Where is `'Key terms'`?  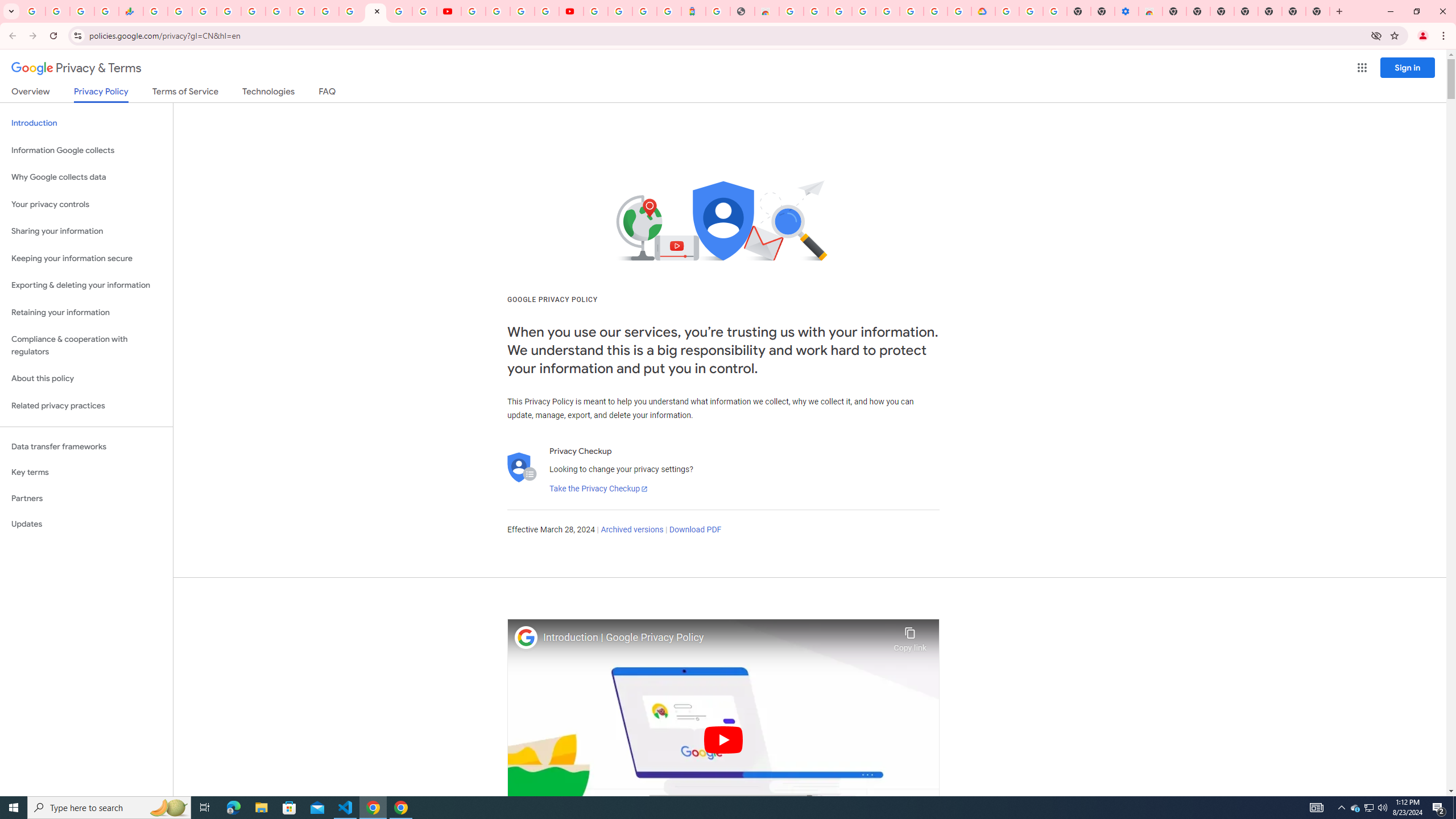 'Key terms' is located at coordinates (86, 472).